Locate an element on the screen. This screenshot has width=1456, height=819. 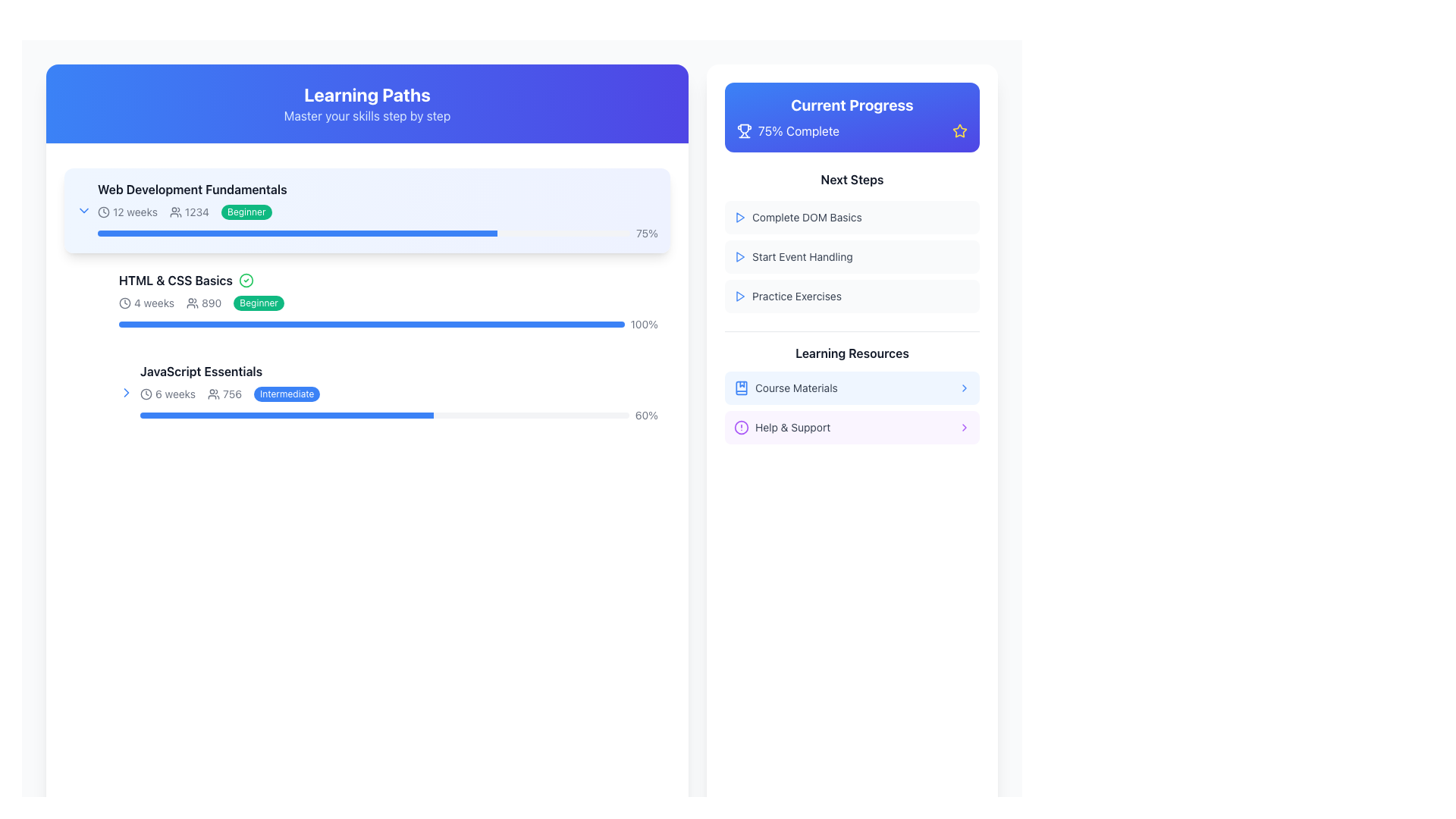
the progress bar indicating '60%' in the 'JavaScript Essentials' section, which is the third item below the labels '6 weeks', '756', and 'Intermediate' is located at coordinates (399, 415).